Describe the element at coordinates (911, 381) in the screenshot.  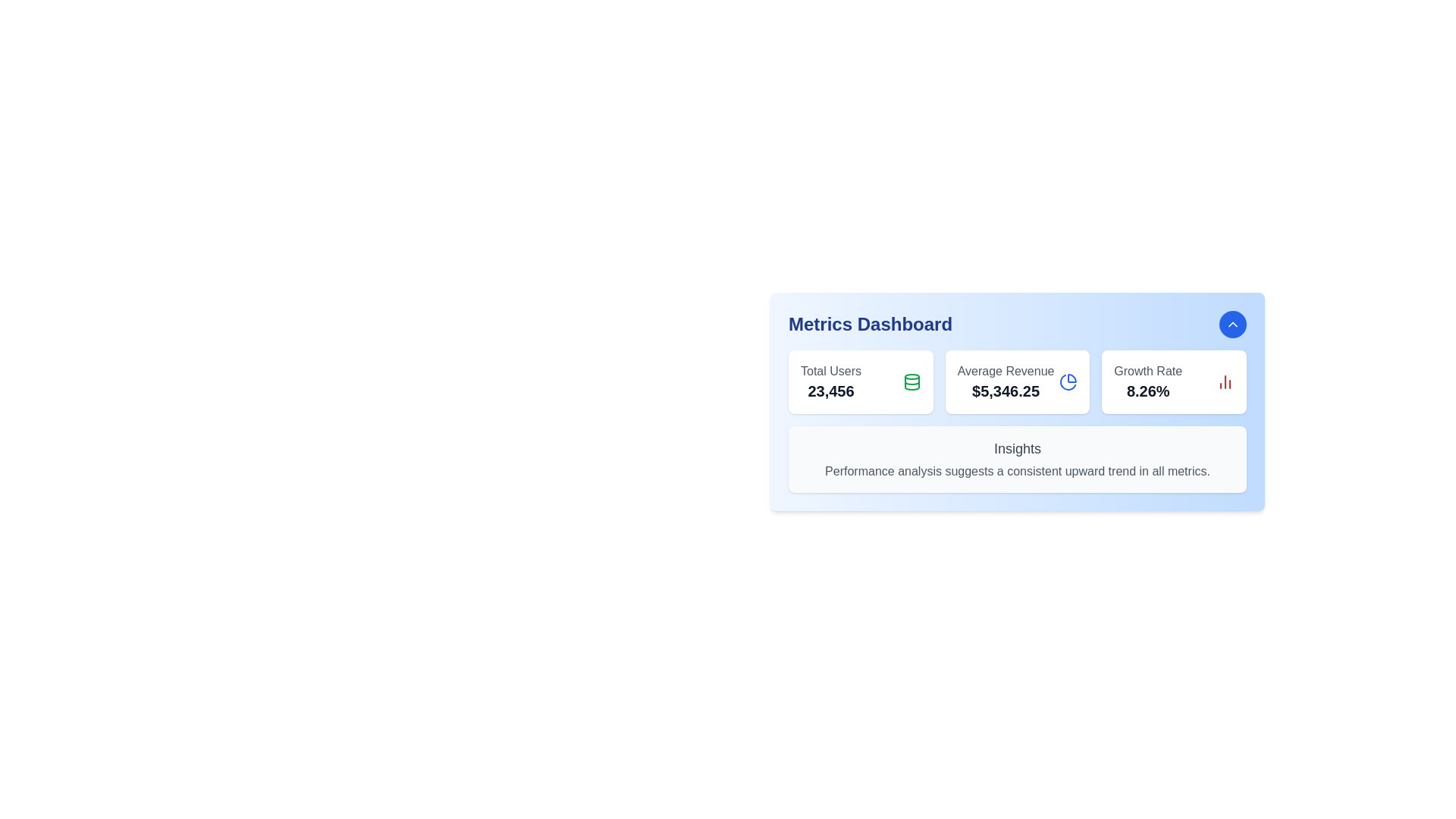
I see `the database icon representing the 'Total Users' metric to focus on it` at that location.